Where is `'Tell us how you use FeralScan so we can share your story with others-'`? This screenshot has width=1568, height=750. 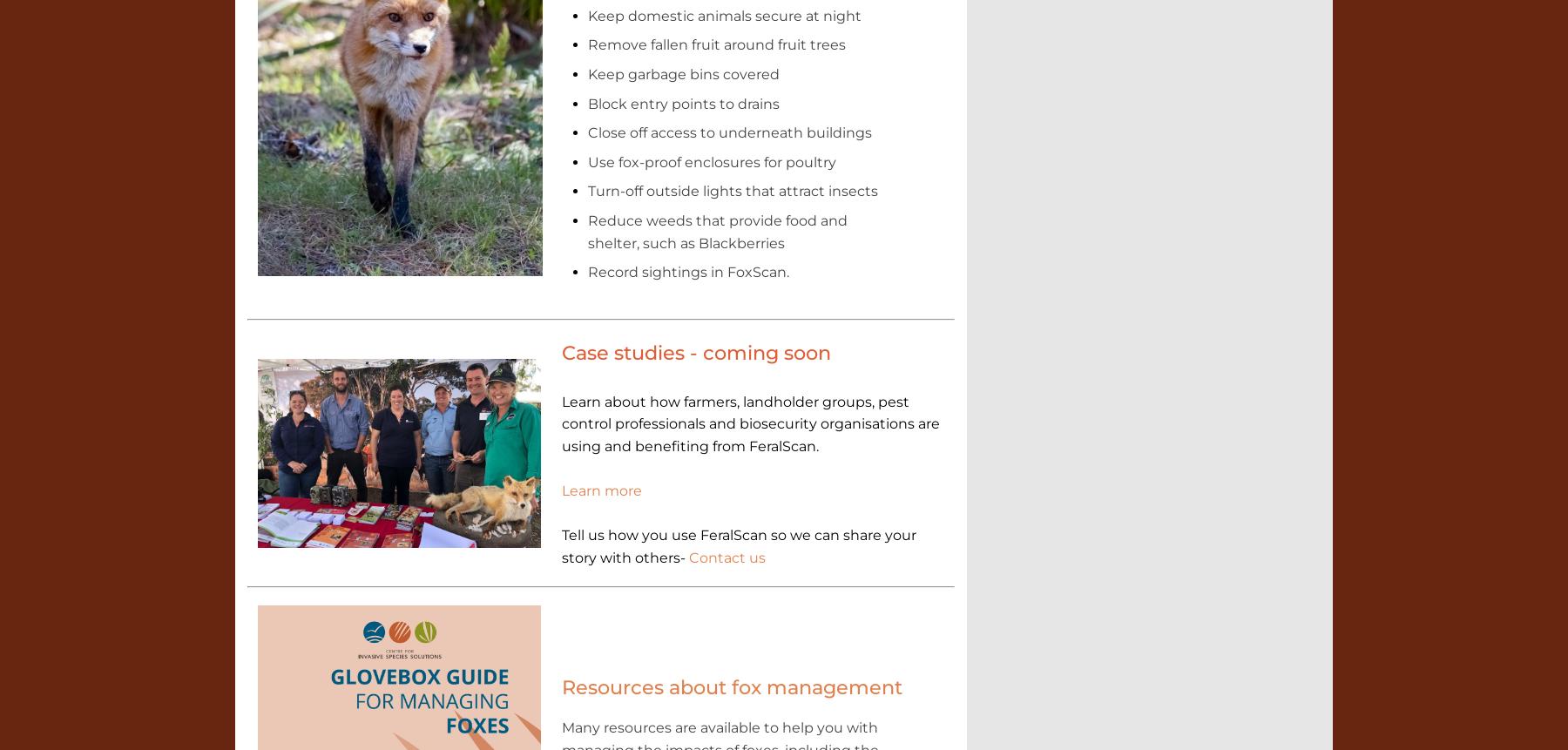
'Tell us how you use FeralScan so we can share your story with others-' is located at coordinates (738, 545).